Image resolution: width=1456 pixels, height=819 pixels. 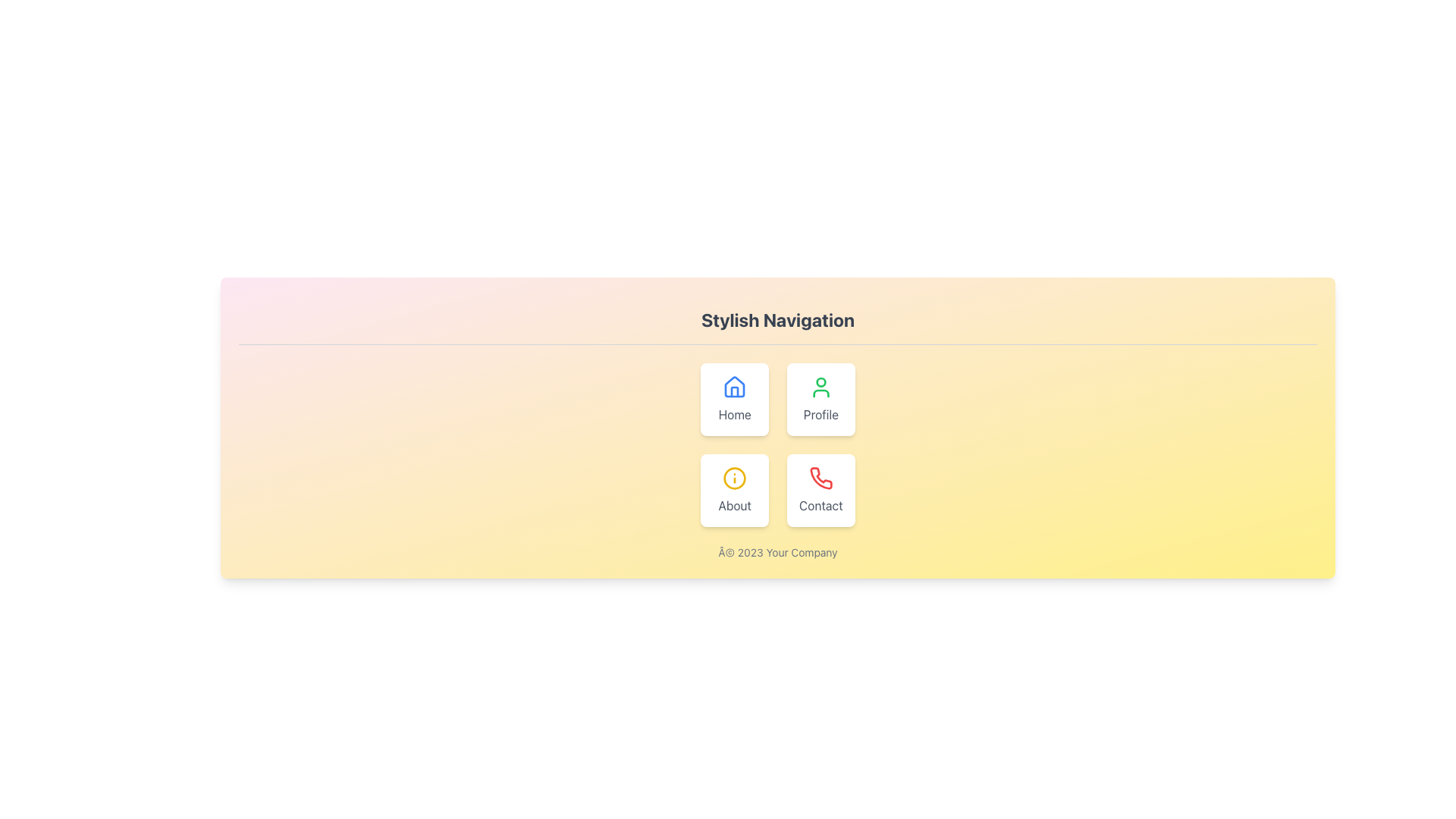 I want to click on the text label displaying 'Home', which is styled with gray color and positioned beneath a blue house icon within a white rectangular card, so click(x=735, y=415).